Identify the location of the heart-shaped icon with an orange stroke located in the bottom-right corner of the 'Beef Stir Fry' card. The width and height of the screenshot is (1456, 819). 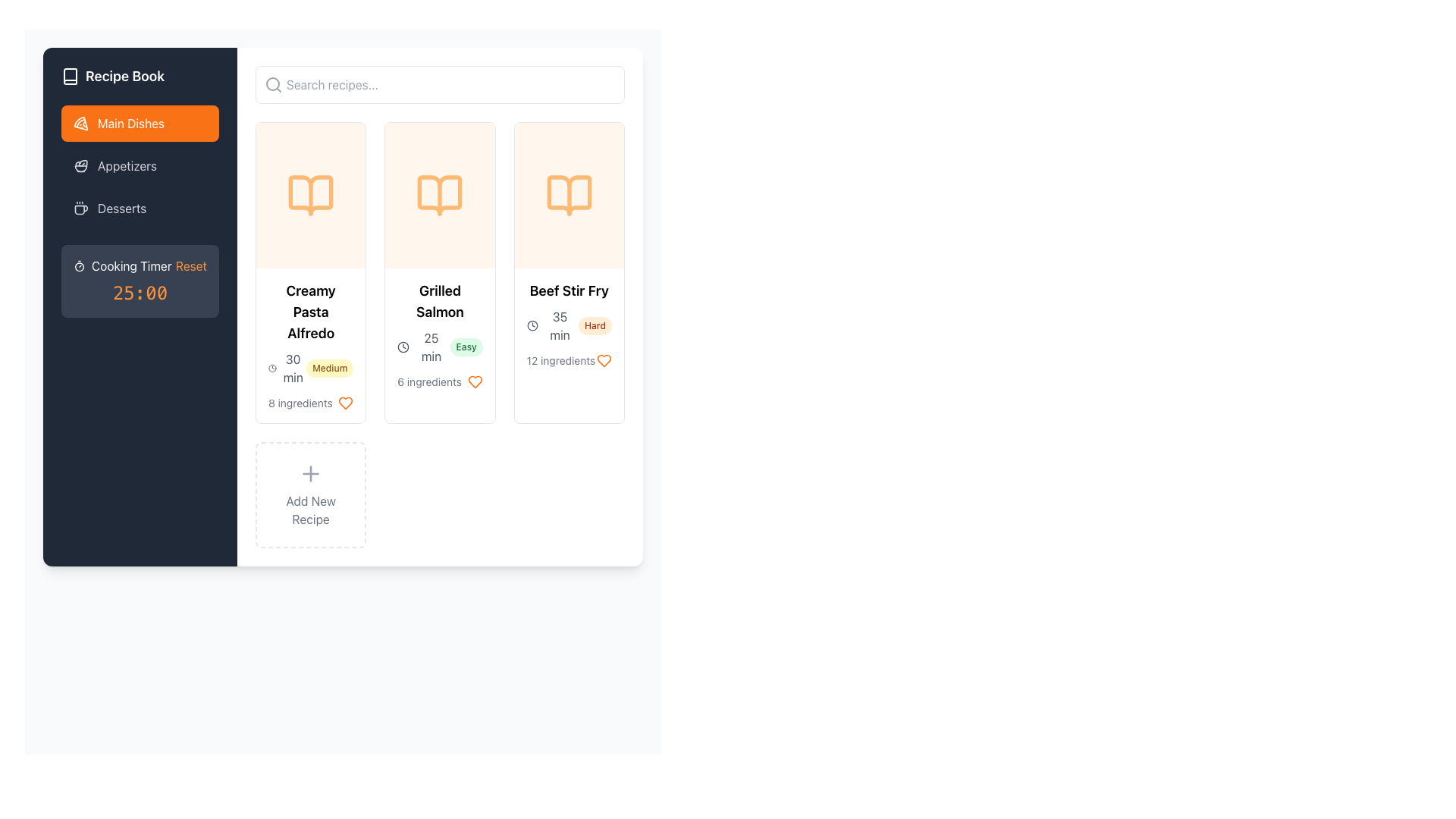
(603, 360).